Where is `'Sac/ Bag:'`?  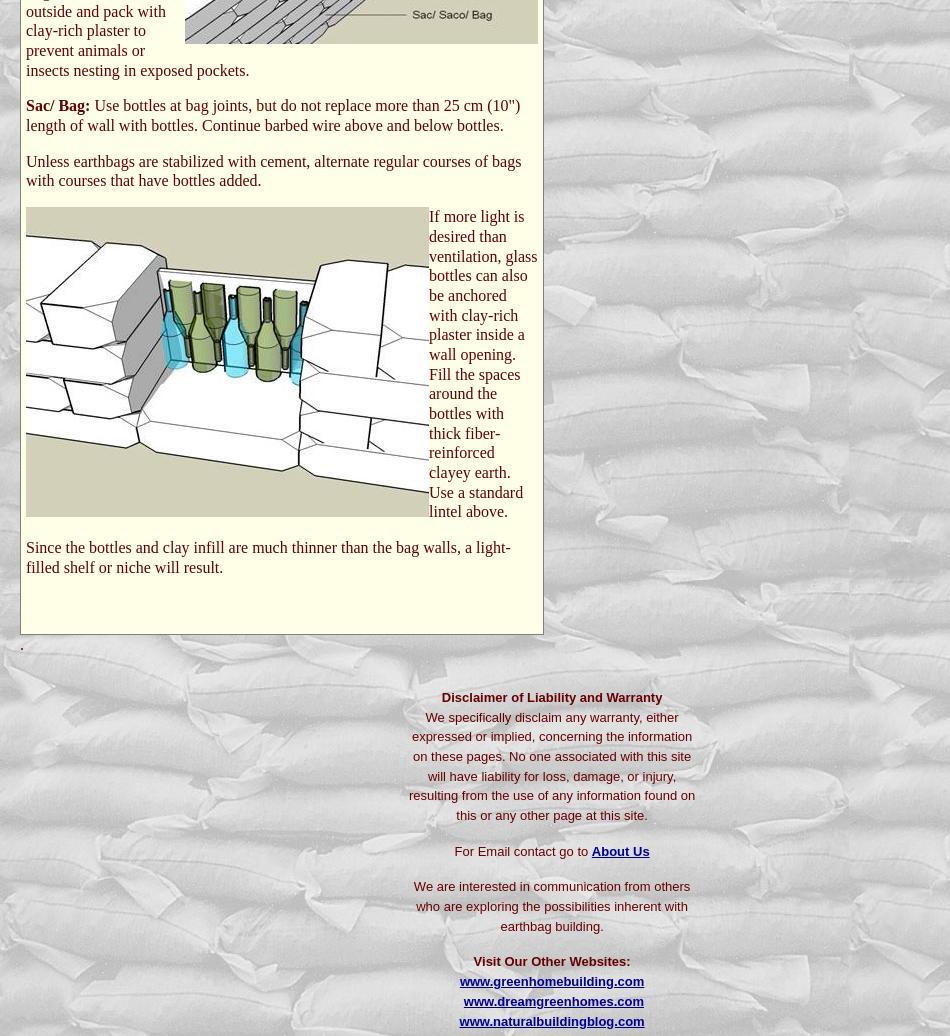 'Sac/ Bag:' is located at coordinates (60, 105).